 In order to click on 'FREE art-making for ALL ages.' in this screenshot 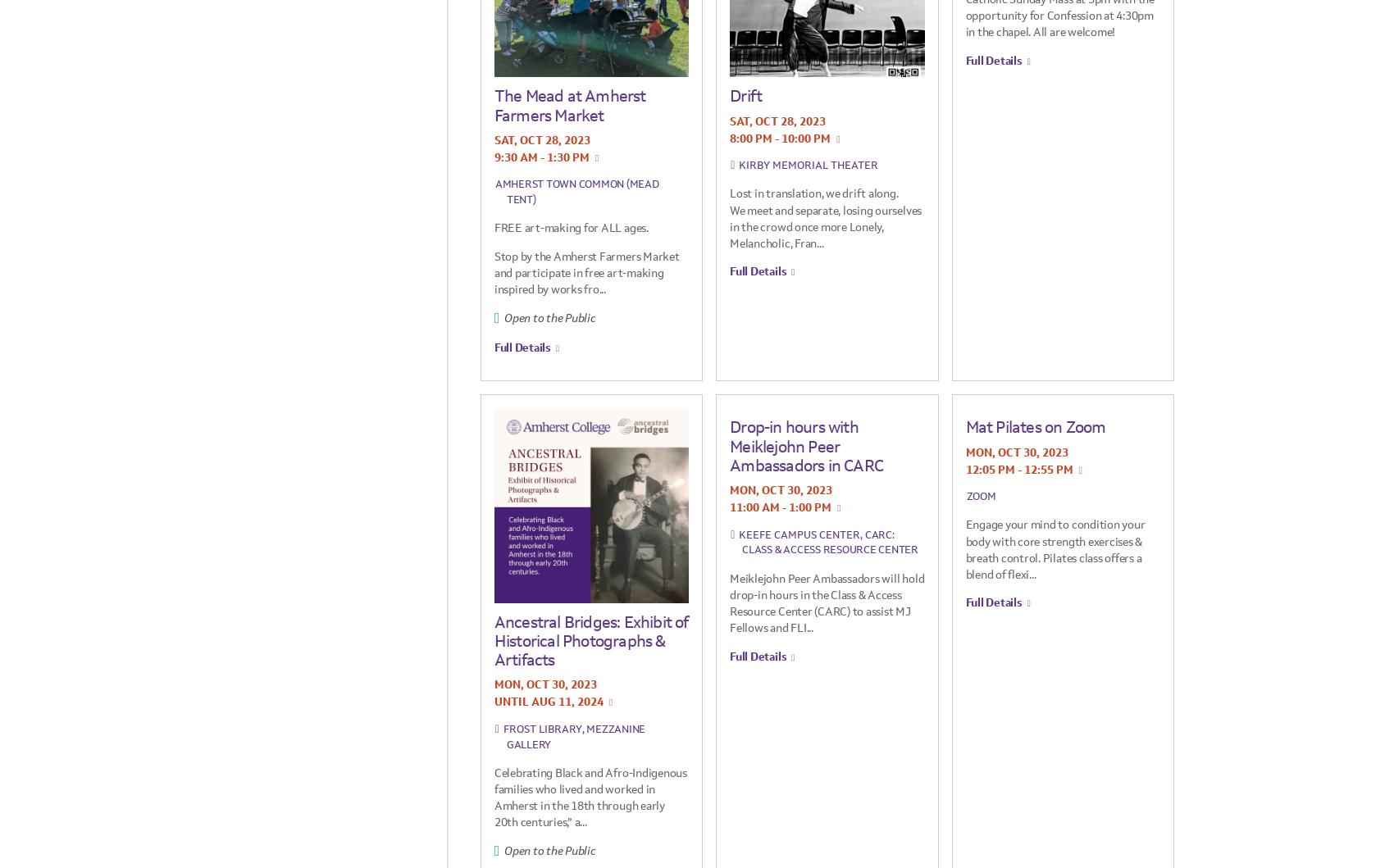, I will do `click(570, 227)`.